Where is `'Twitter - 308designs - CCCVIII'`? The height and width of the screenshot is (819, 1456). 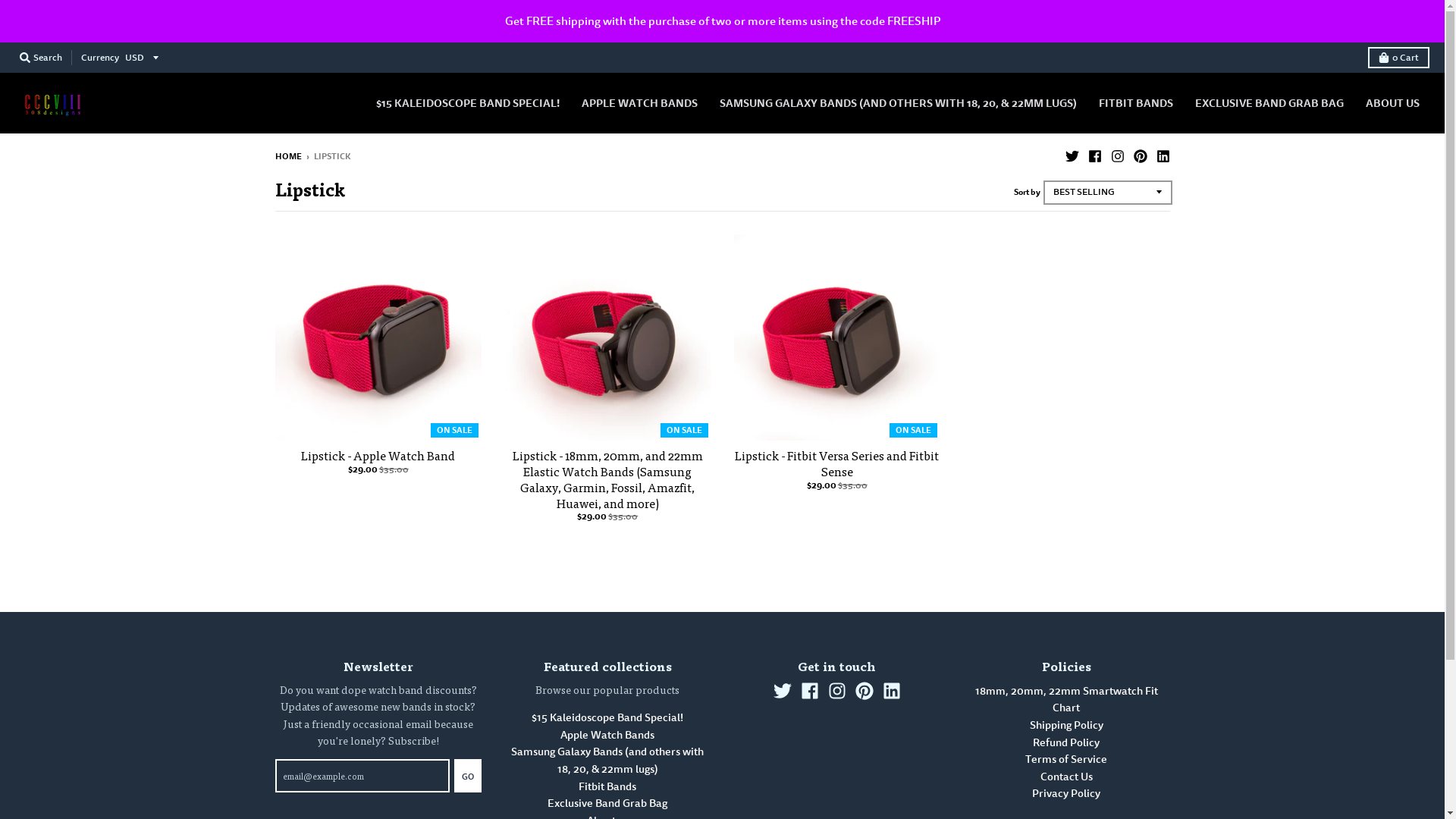
'Twitter - 308designs - CCCVIII' is located at coordinates (773, 690).